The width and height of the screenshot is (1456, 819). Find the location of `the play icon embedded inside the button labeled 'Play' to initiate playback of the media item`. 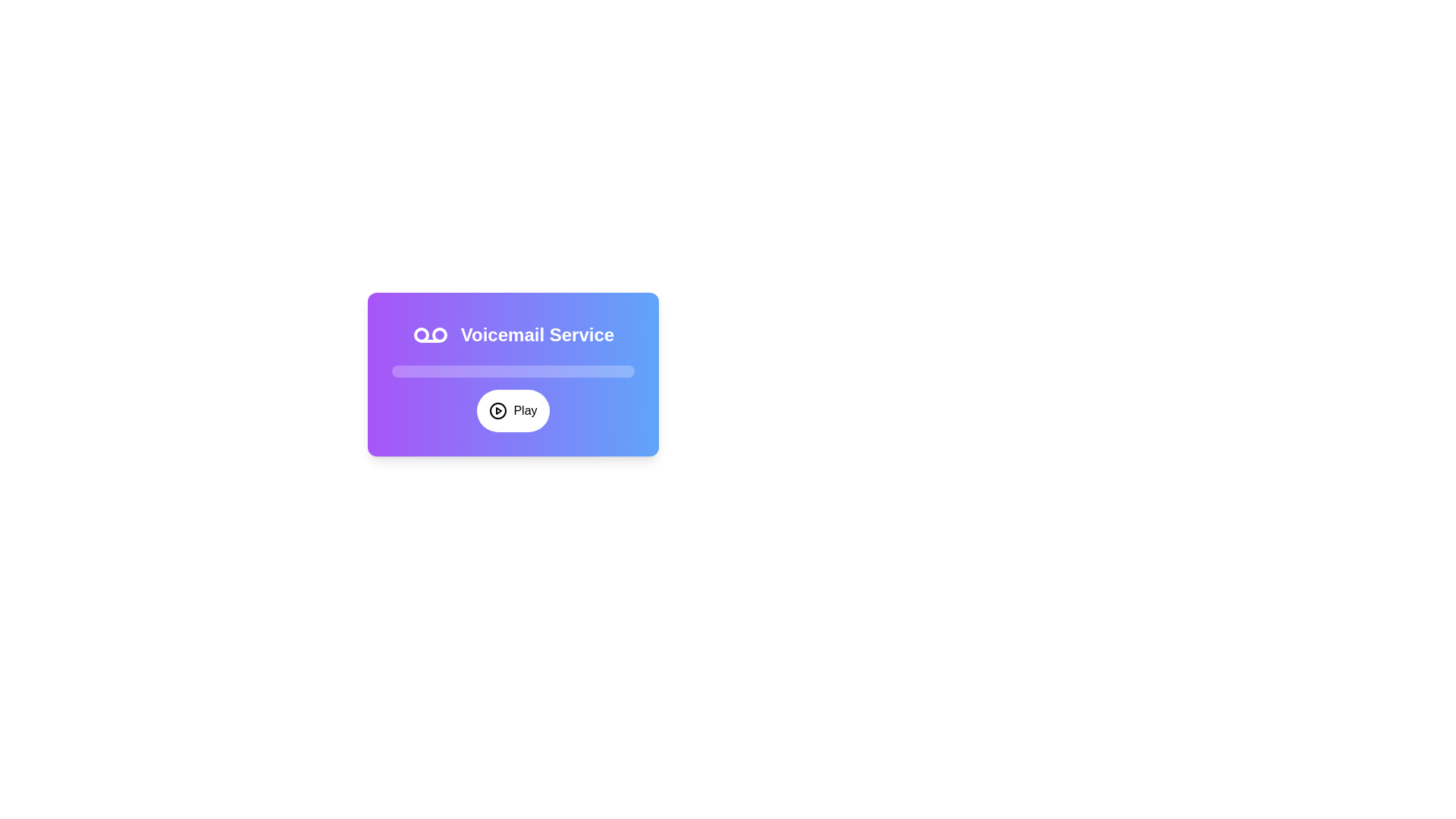

the play icon embedded inside the button labeled 'Play' to initiate playback of the media item is located at coordinates (498, 411).